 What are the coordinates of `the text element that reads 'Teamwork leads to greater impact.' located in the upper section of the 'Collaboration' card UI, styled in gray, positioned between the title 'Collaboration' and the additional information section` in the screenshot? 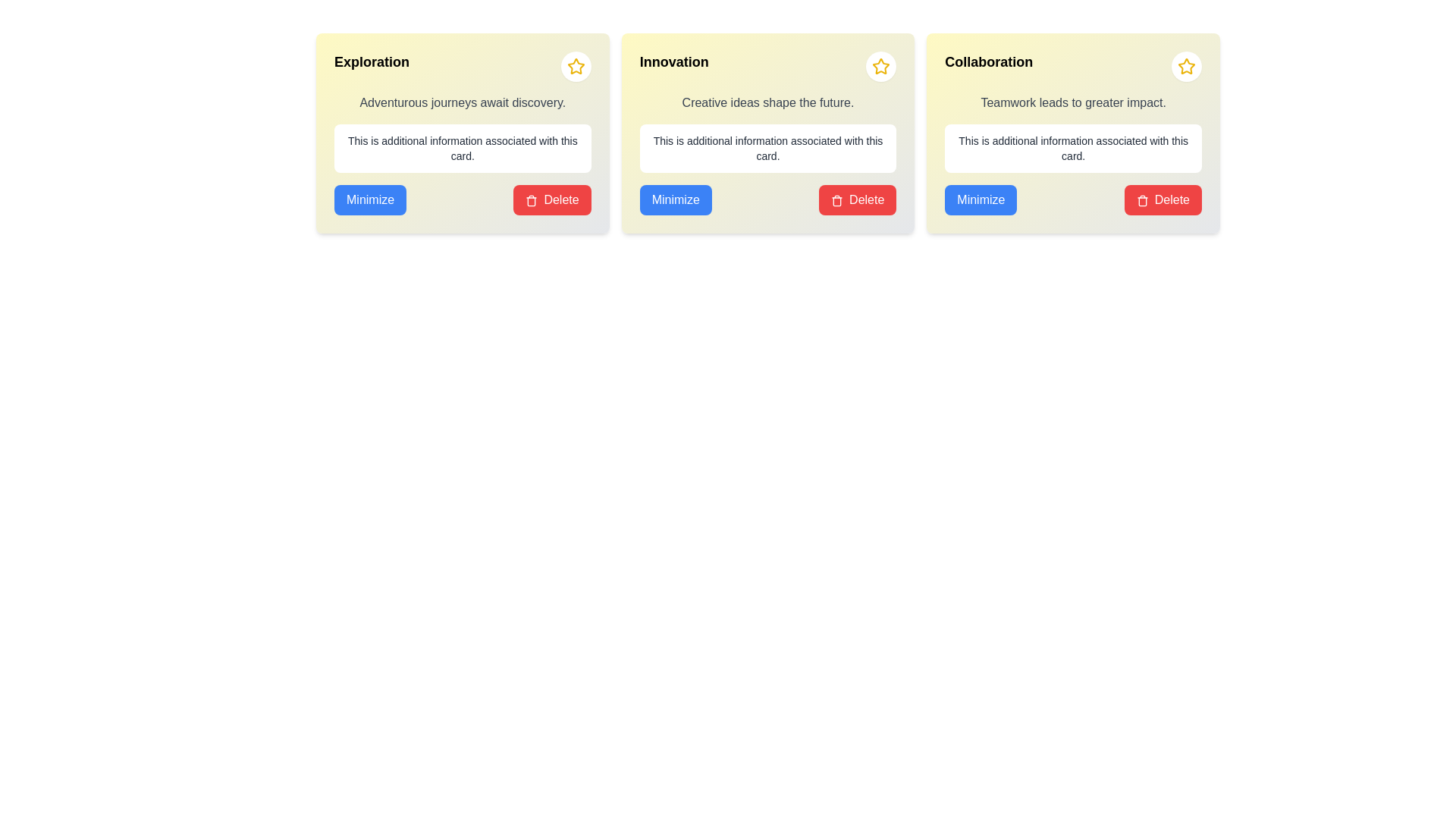 It's located at (1072, 102).